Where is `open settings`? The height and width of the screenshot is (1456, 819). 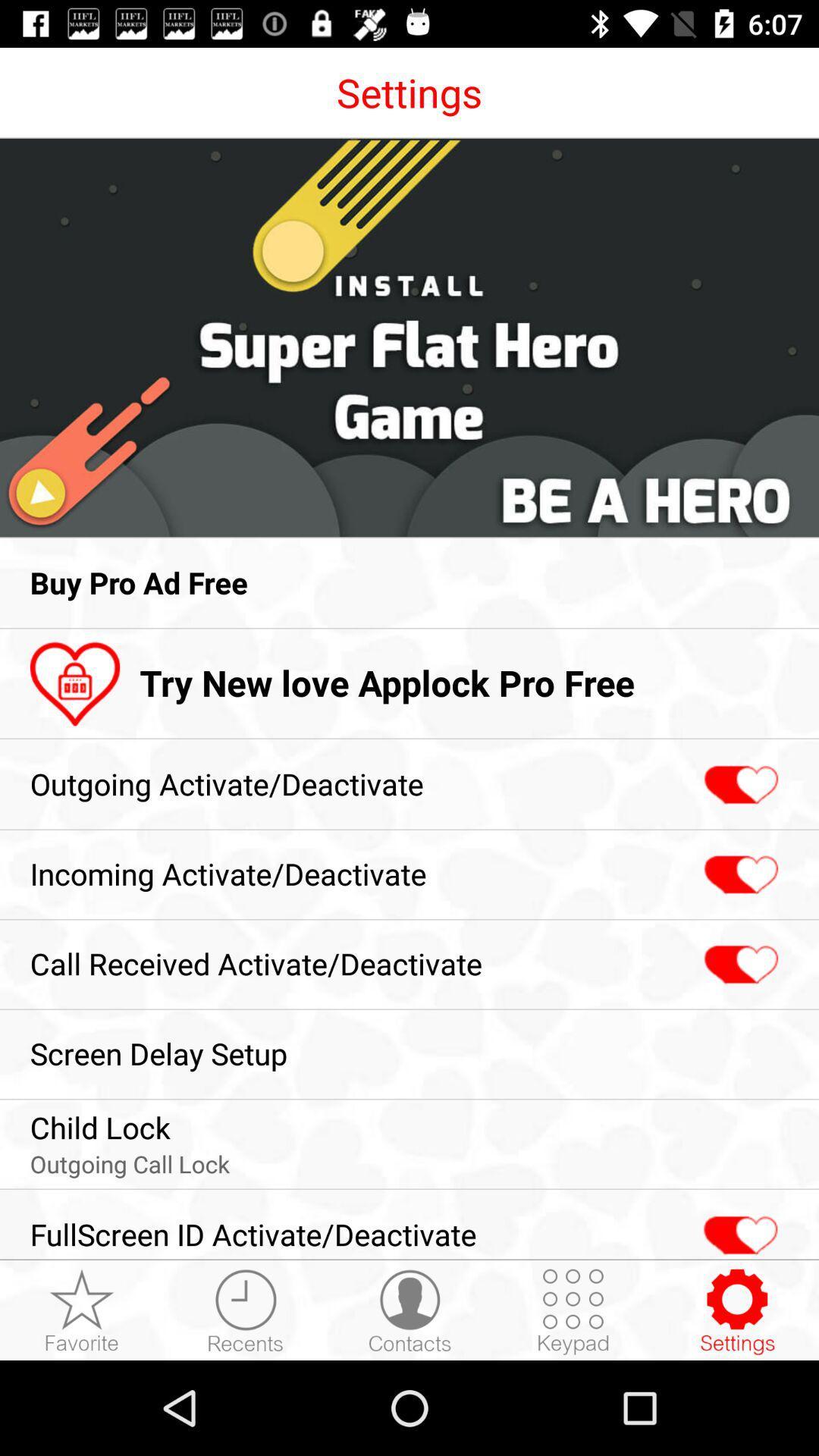 open settings is located at coordinates (736, 1310).